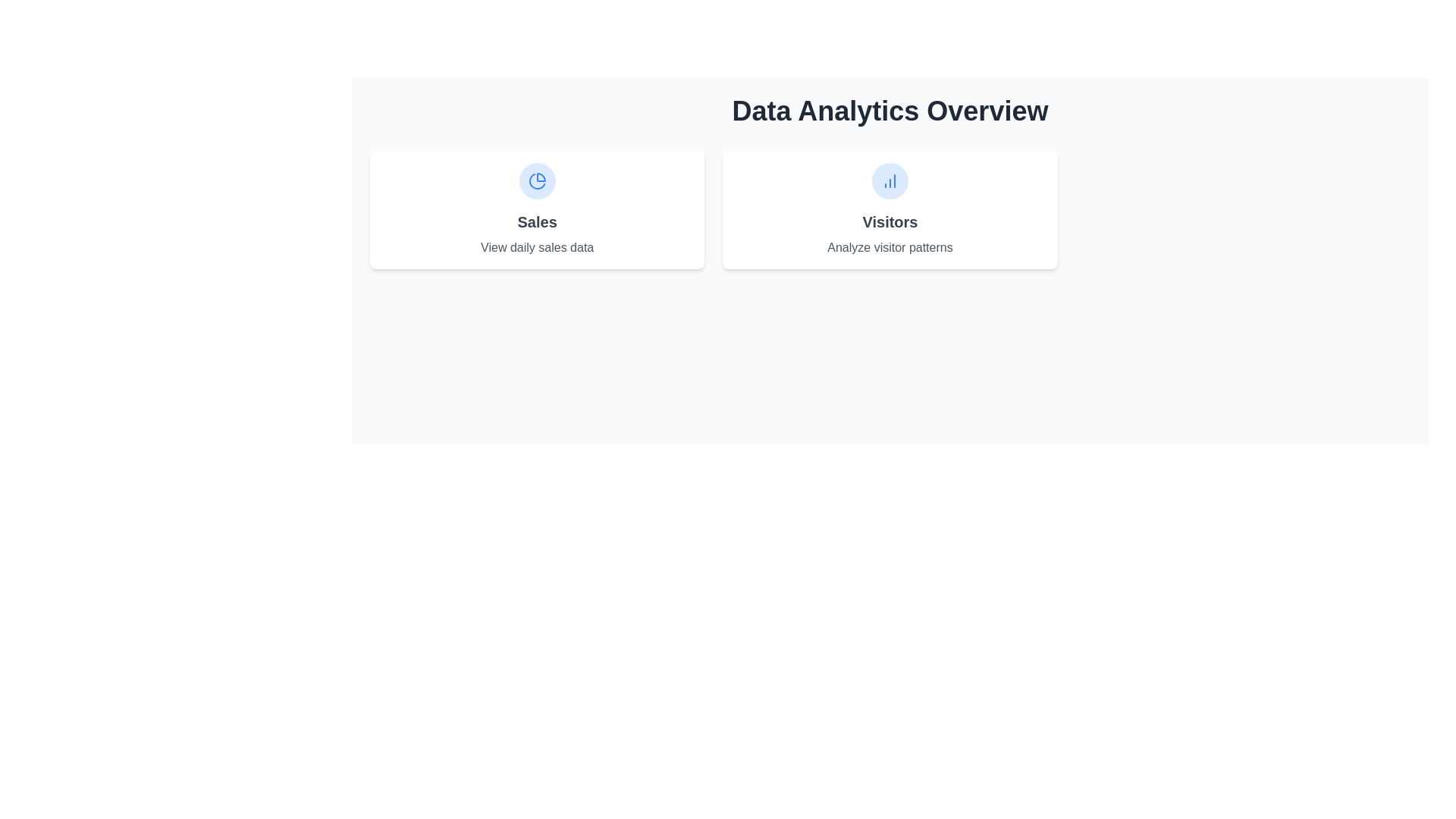 This screenshot has width=1456, height=819. What do you see at coordinates (537, 180) in the screenshot?
I see `the Icon representing data analytics for sales, located in the upper part of the 'Sales' card, positioned directly above the text 'Sales' and 'View daily sales data'` at bounding box center [537, 180].